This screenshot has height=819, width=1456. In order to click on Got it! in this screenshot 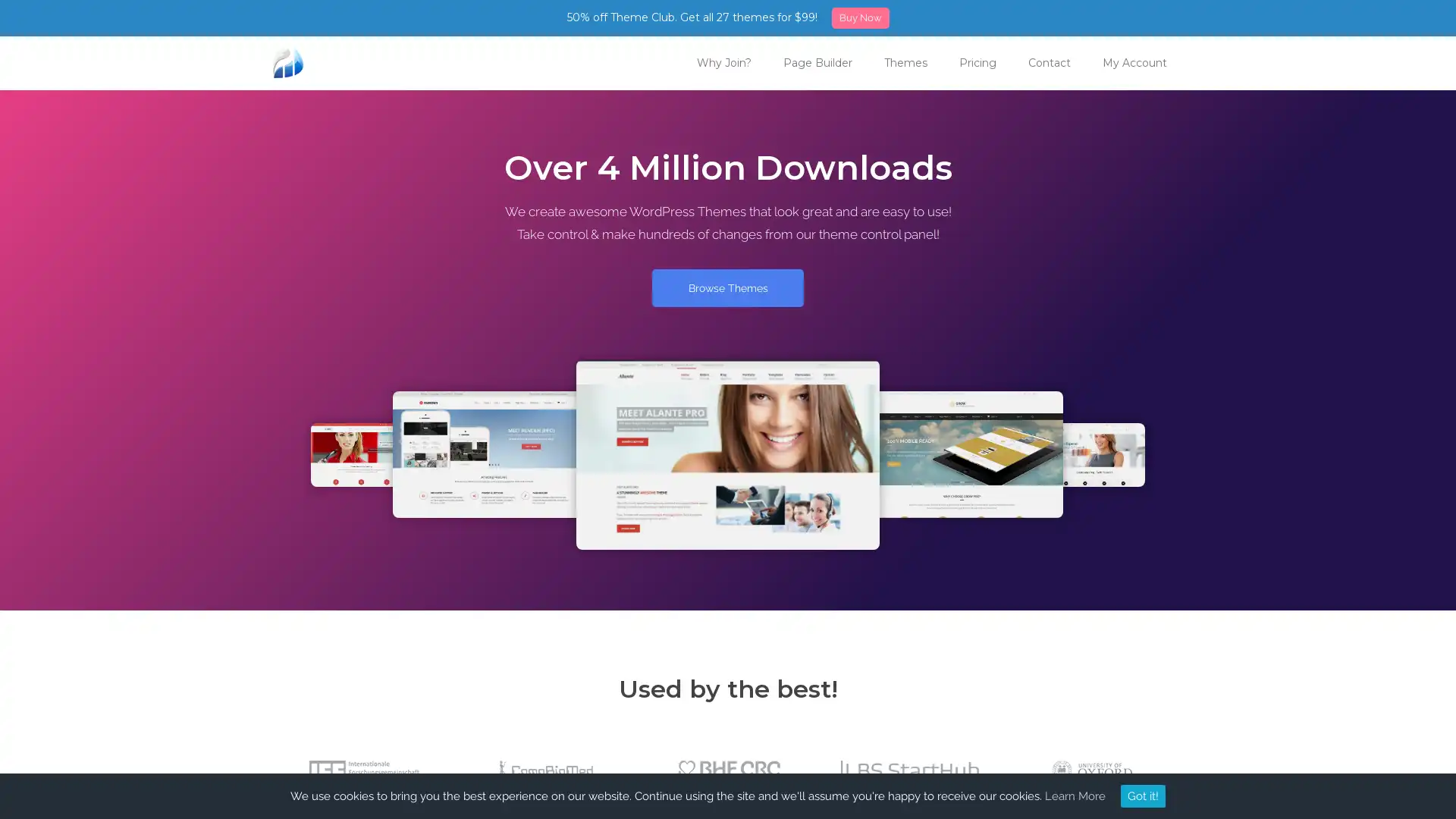, I will do `click(1143, 795)`.